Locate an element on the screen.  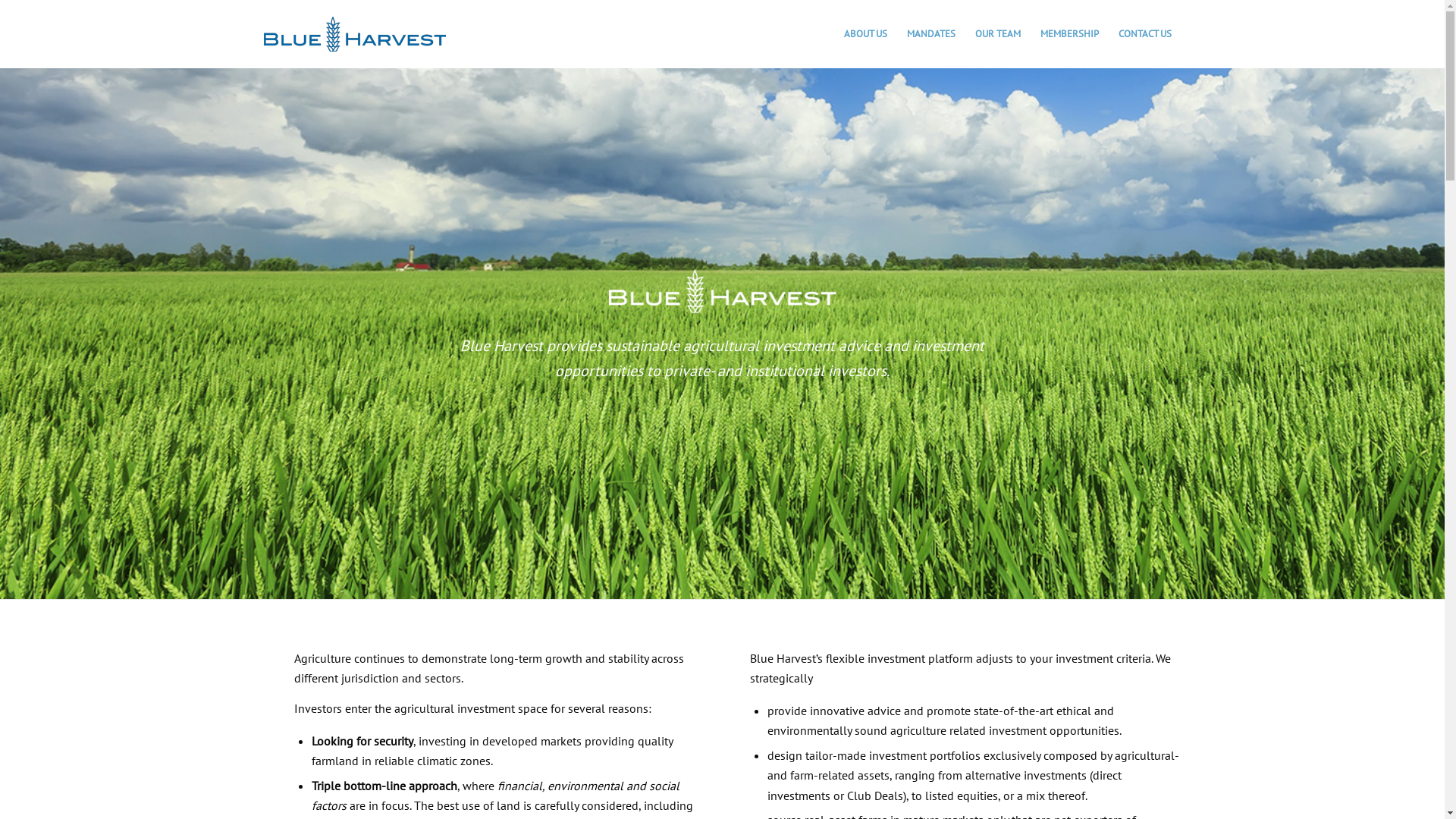
'CONTACT US' is located at coordinates (1145, 34).